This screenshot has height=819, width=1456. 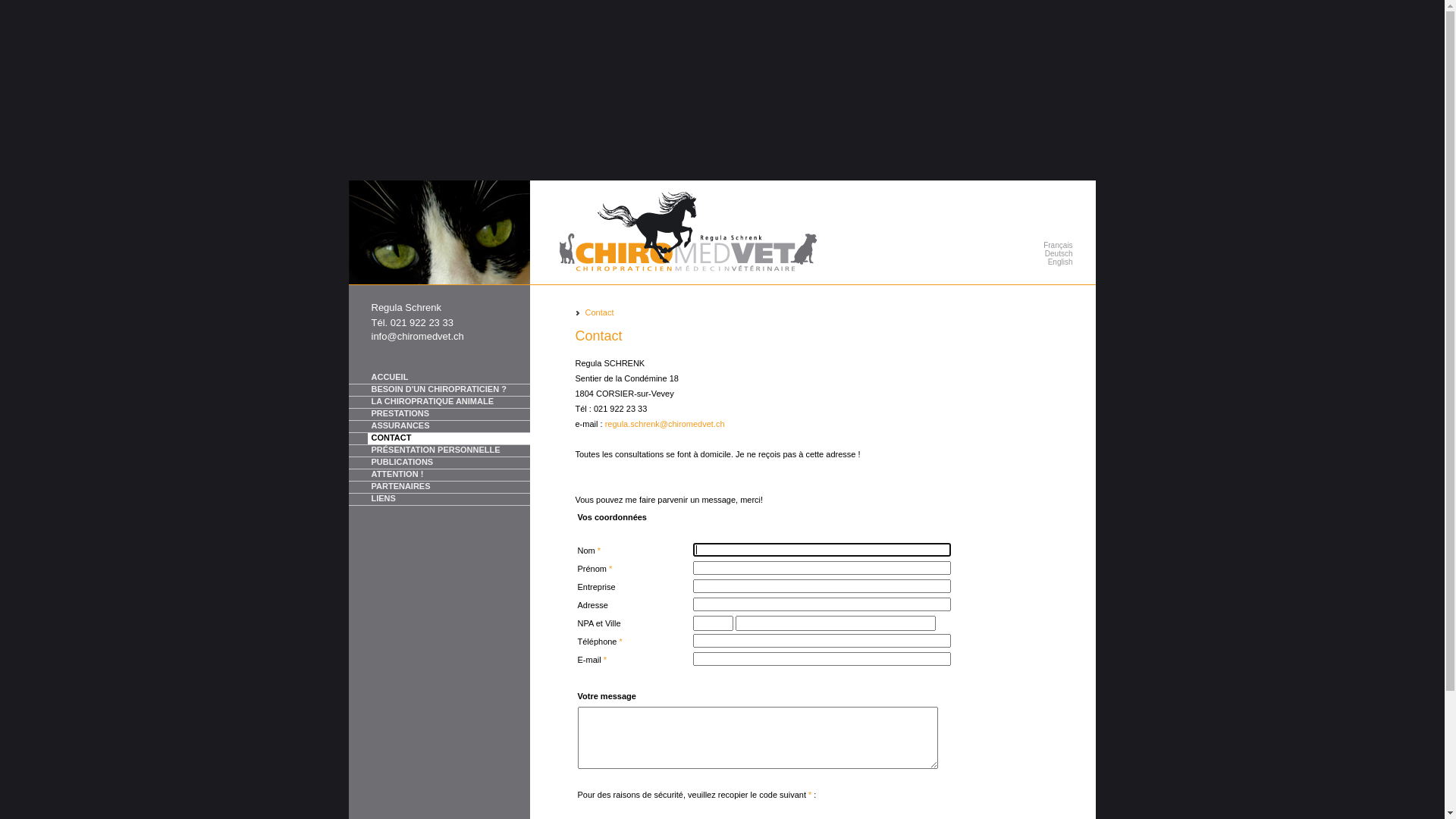 I want to click on 'English', so click(x=1004, y=261).